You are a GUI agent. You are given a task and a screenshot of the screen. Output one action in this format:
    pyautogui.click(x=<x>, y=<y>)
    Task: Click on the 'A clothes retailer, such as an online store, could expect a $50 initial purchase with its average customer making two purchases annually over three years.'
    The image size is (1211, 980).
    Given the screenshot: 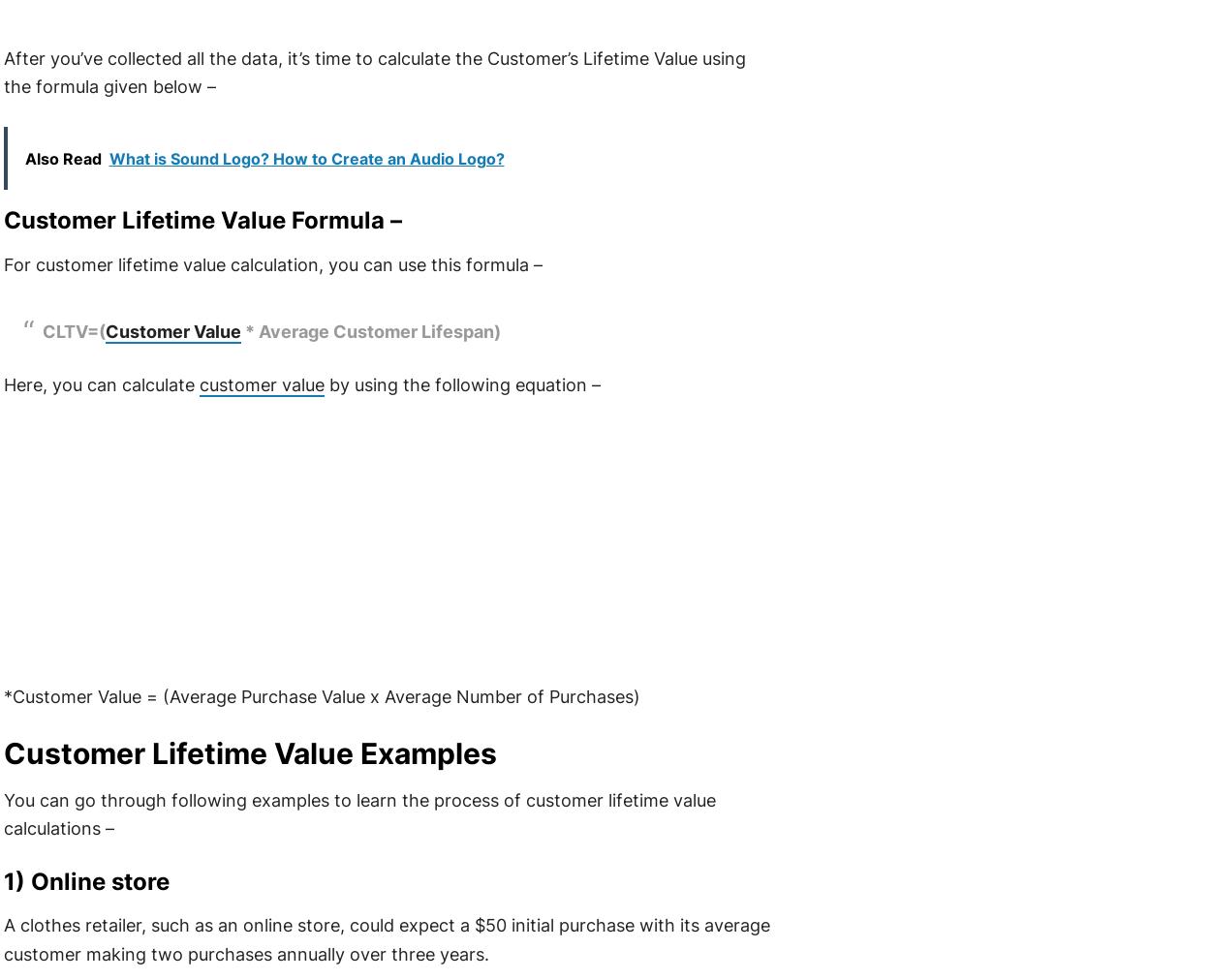 What is the action you would take?
    pyautogui.click(x=386, y=939)
    